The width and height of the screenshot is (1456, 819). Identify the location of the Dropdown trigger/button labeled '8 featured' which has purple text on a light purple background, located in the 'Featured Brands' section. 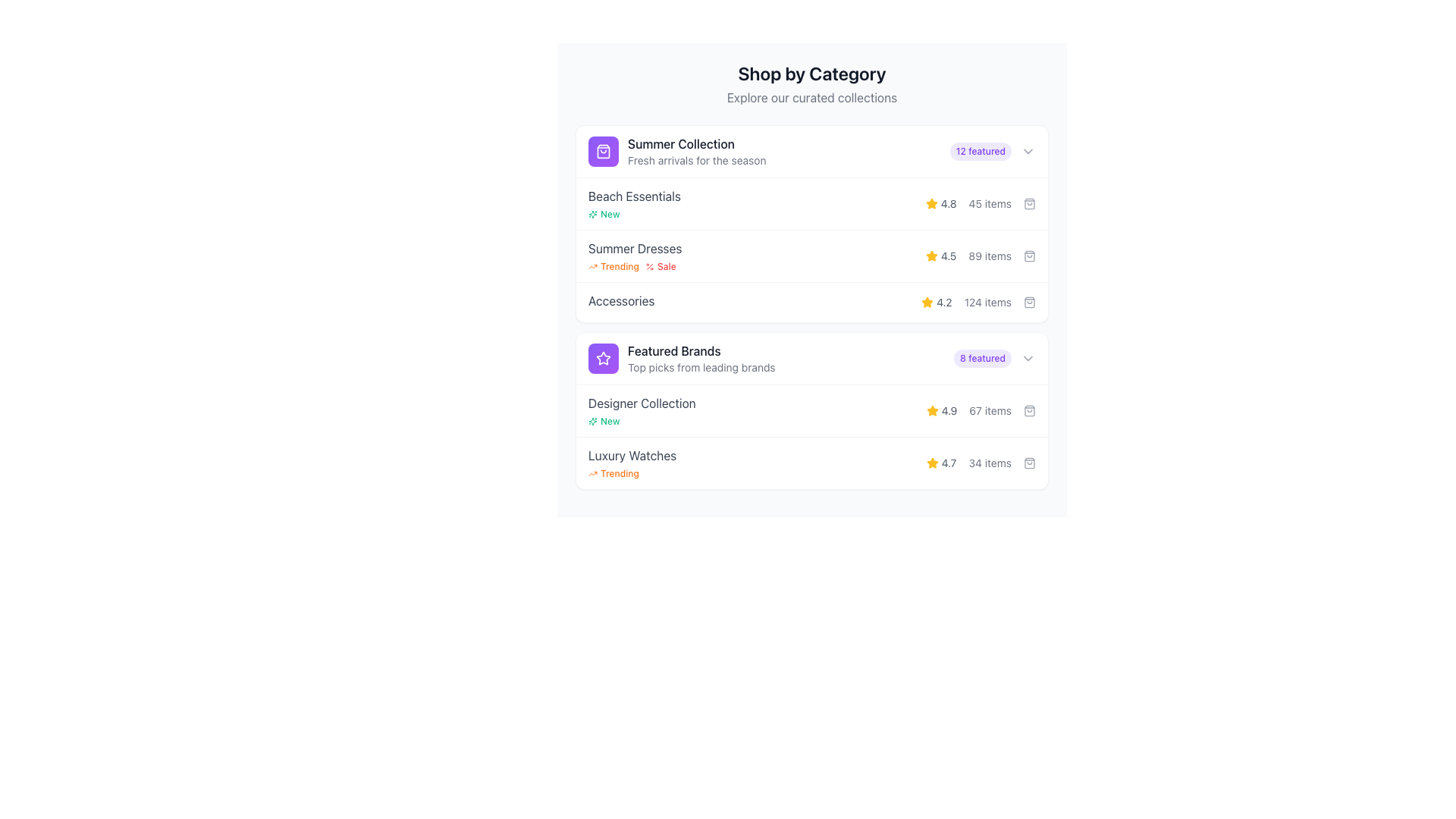
(994, 359).